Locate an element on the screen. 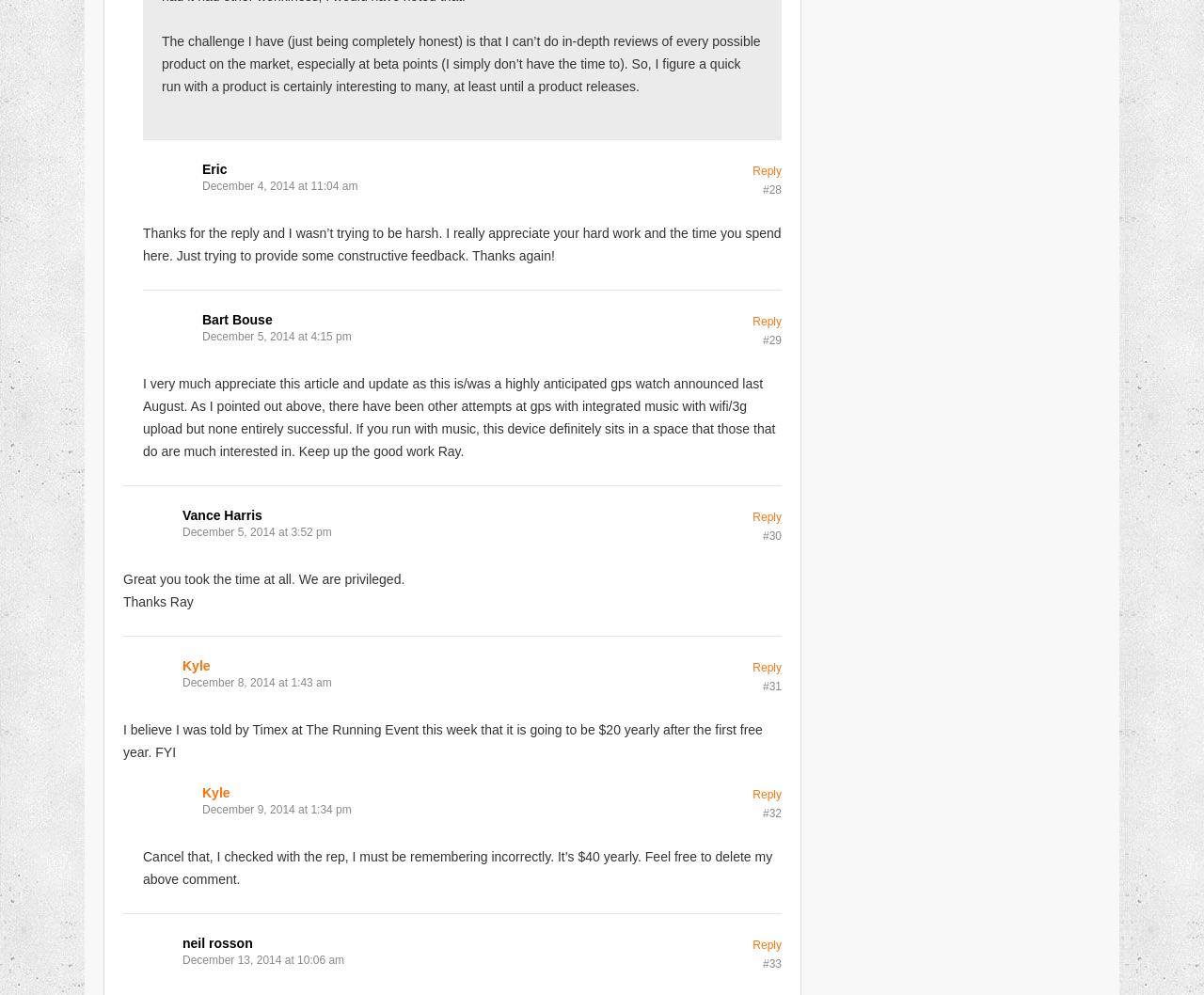 This screenshot has width=1204, height=995. '#30' is located at coordinates (761, 534).